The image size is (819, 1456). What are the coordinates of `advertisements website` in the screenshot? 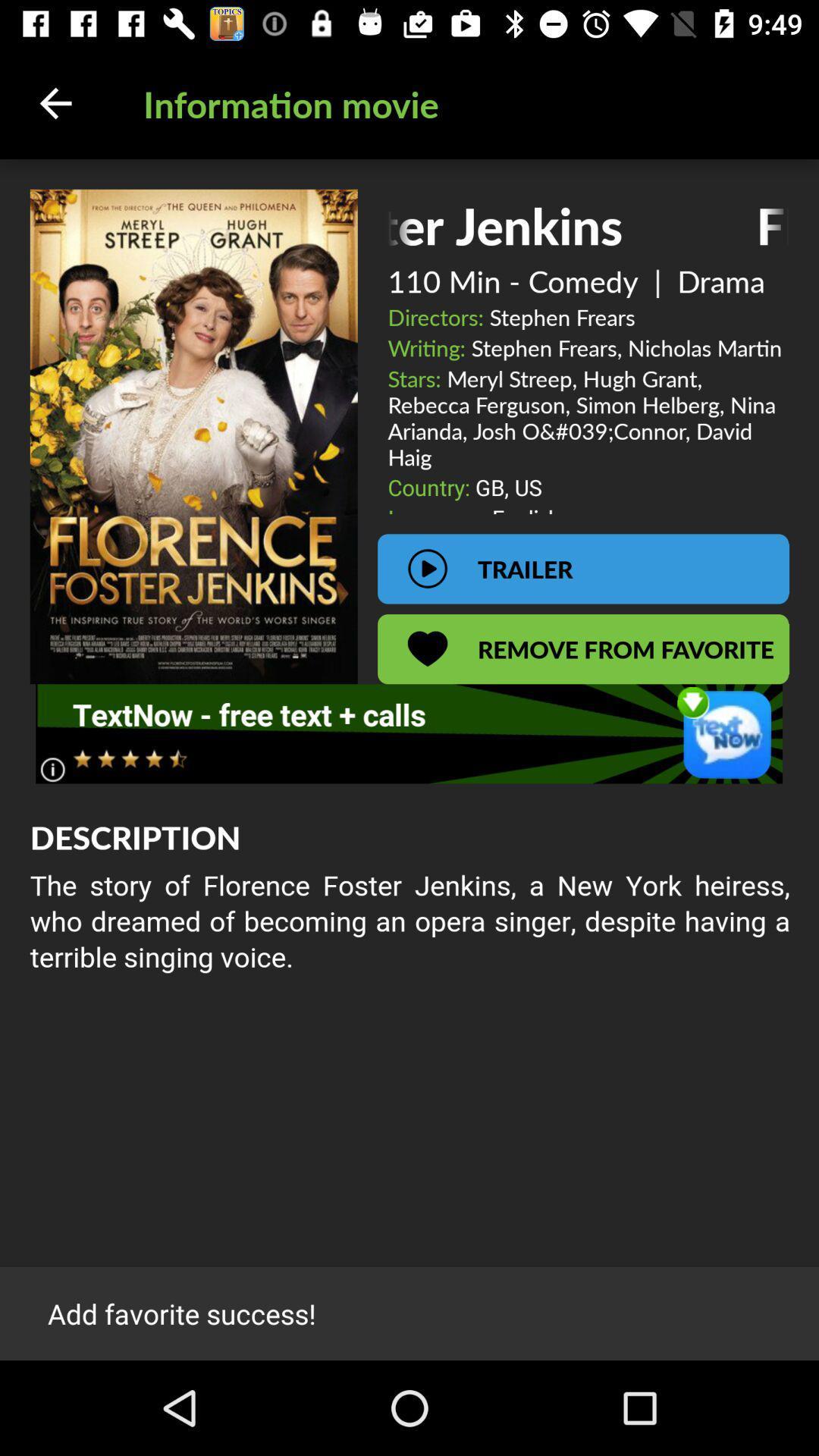 It's located at (408, 733).